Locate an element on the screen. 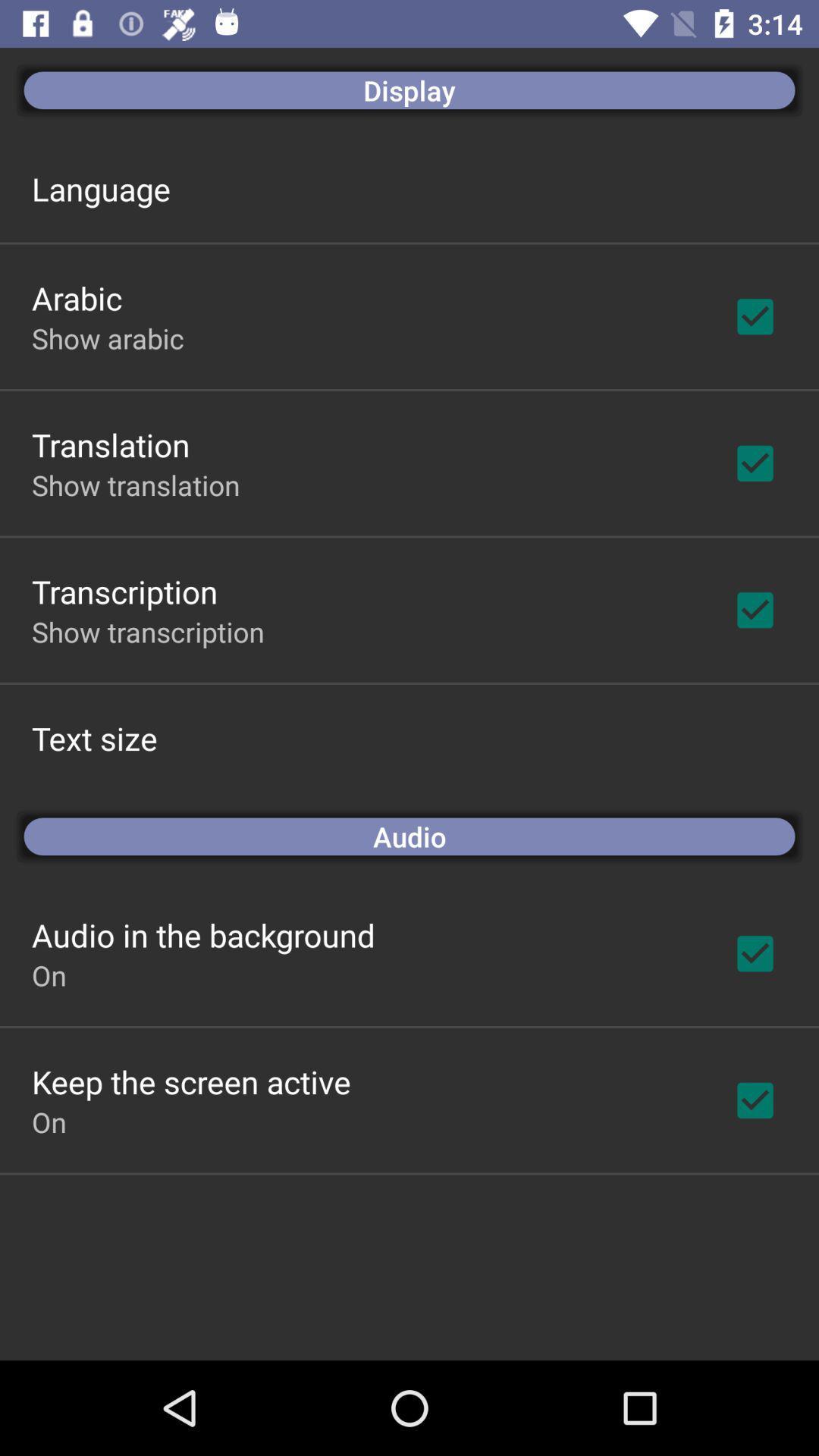 This screenshot has width=819, height=1456. app above on app is located at coordinates (190, 1081).